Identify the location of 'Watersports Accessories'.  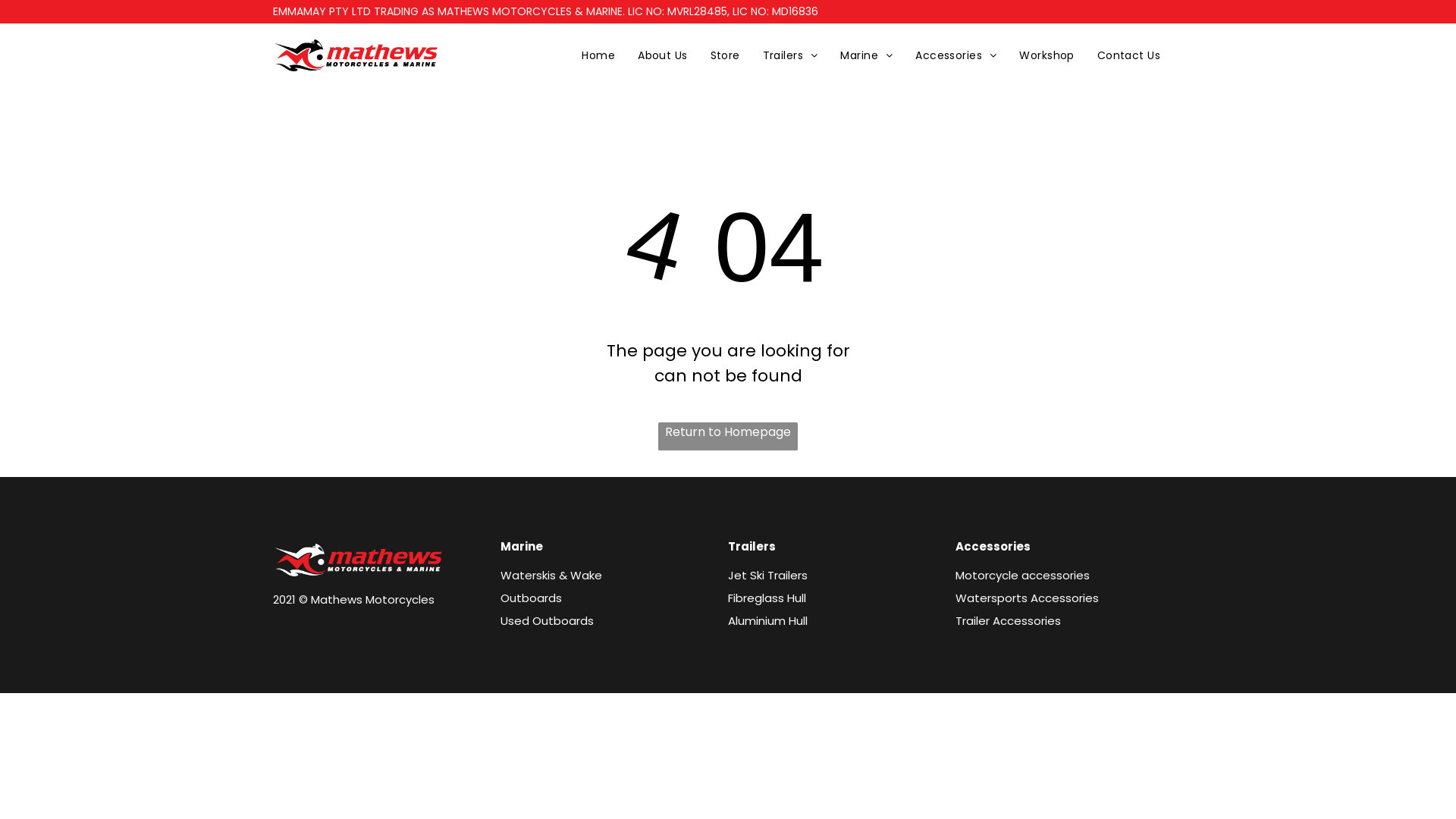
(1027, 597).